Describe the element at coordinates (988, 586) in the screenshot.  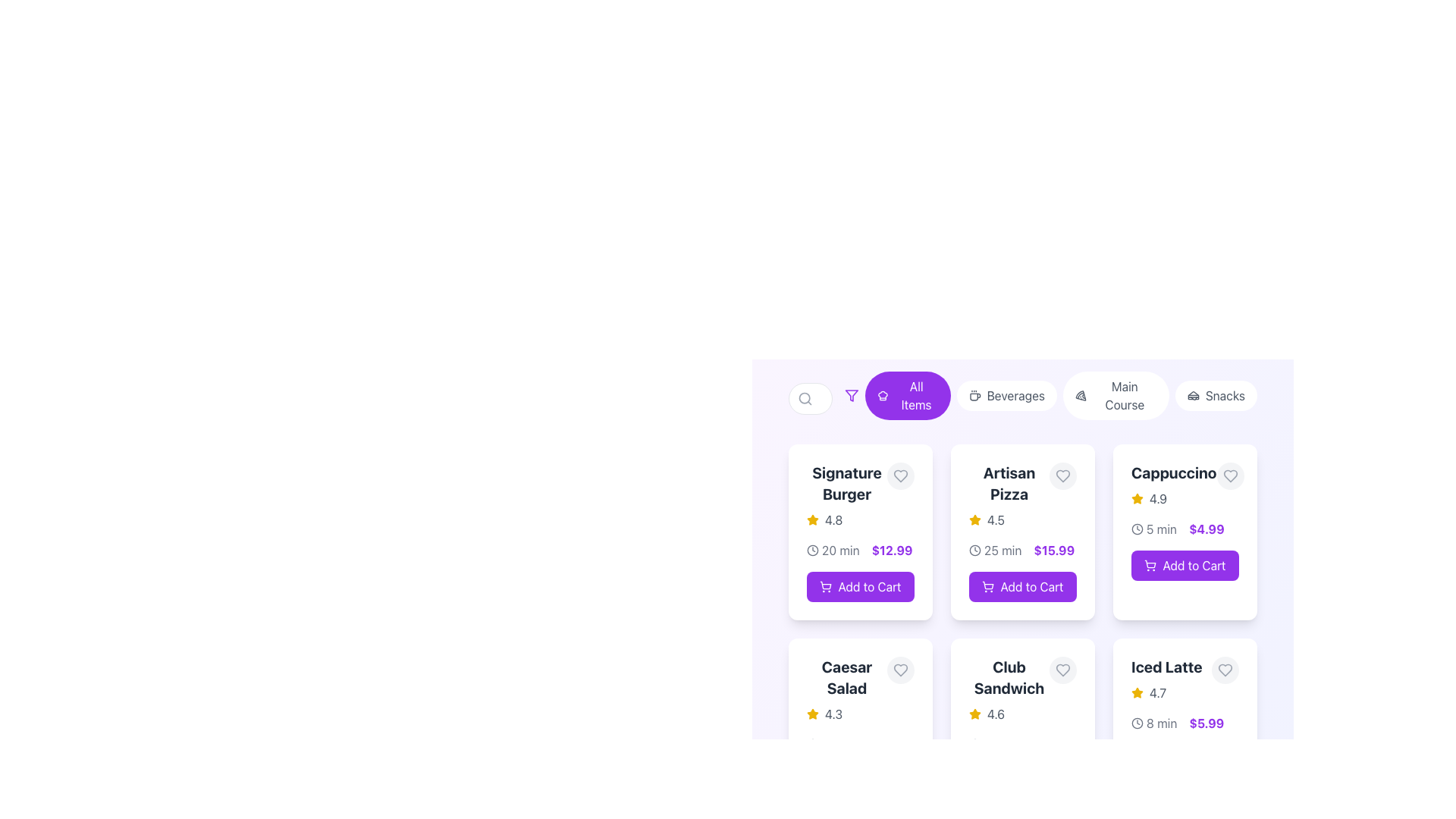
I see `the shopping cart icon located on the left side of the 'Add to Cart' button in the 'Artisan Pizza' card` at that location.